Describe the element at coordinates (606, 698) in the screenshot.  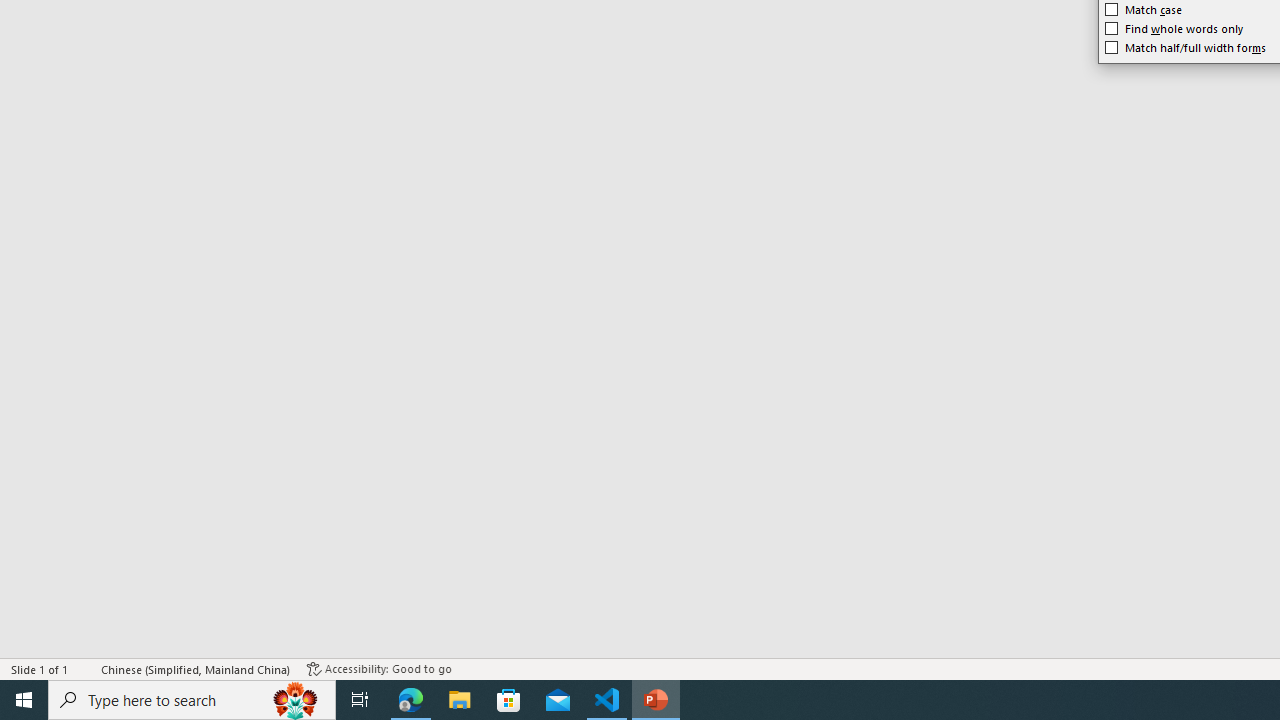
I see `'Visual Studio Code - 1 running window'` at that location.